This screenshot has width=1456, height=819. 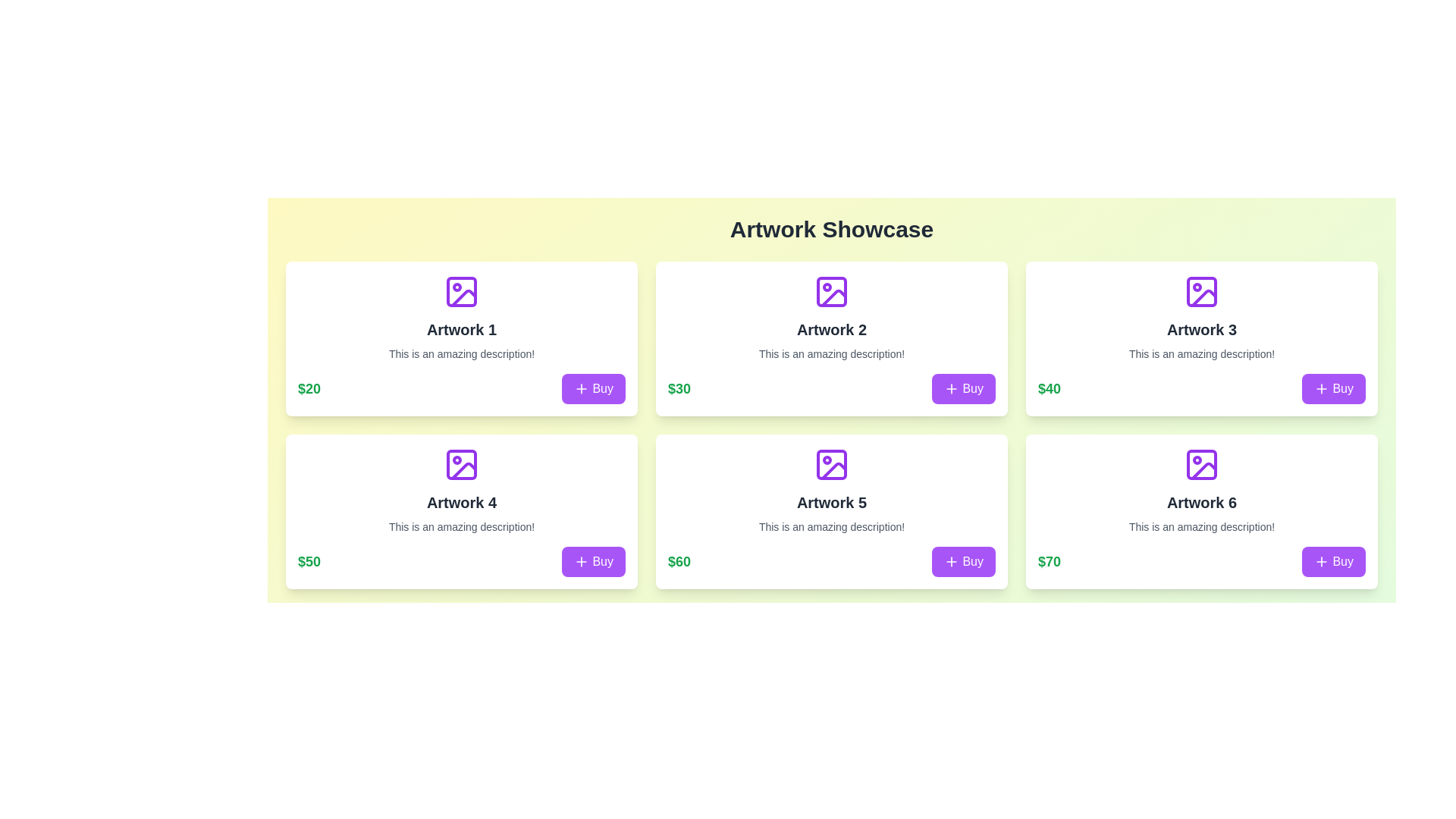 I want to click on the icon within the fifth 'Buy' button located in the second row and third column of the grid layout, so click(x=951, y=561).